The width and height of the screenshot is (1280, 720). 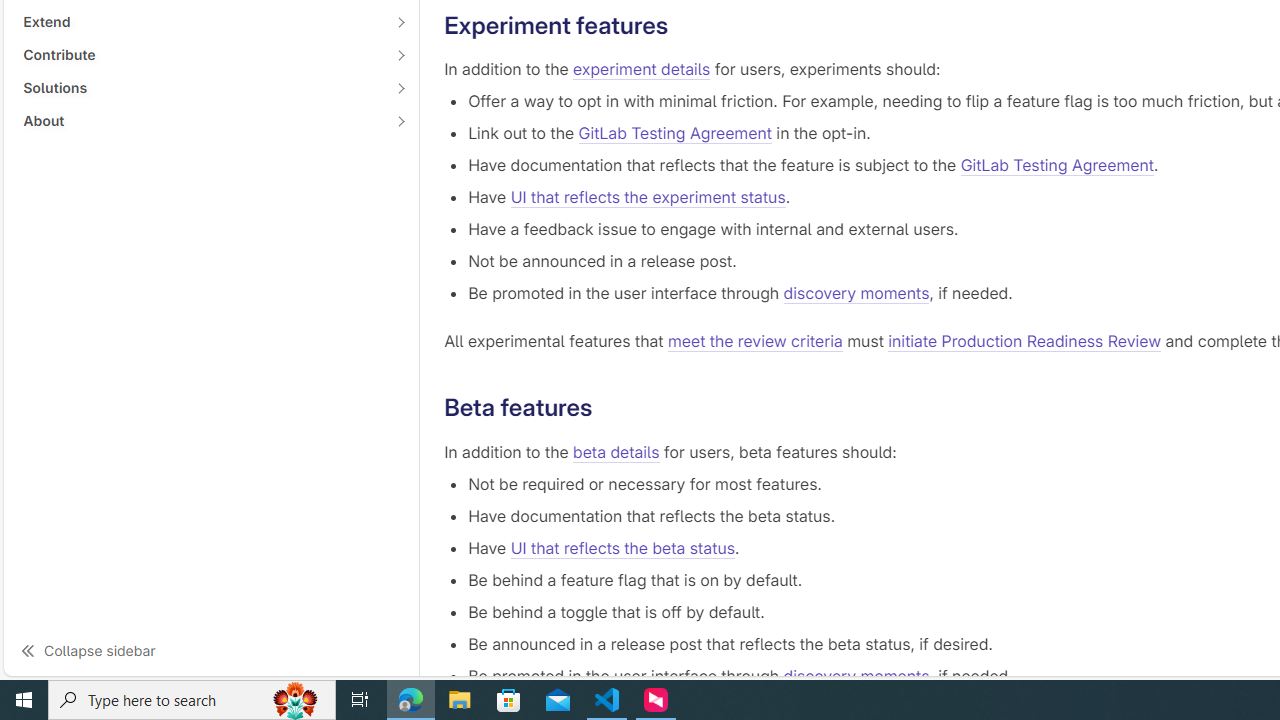 What do you see at coordinates (200, 21) in the screenshot?
I see `'Extend'` at bounding box center [200, 21].